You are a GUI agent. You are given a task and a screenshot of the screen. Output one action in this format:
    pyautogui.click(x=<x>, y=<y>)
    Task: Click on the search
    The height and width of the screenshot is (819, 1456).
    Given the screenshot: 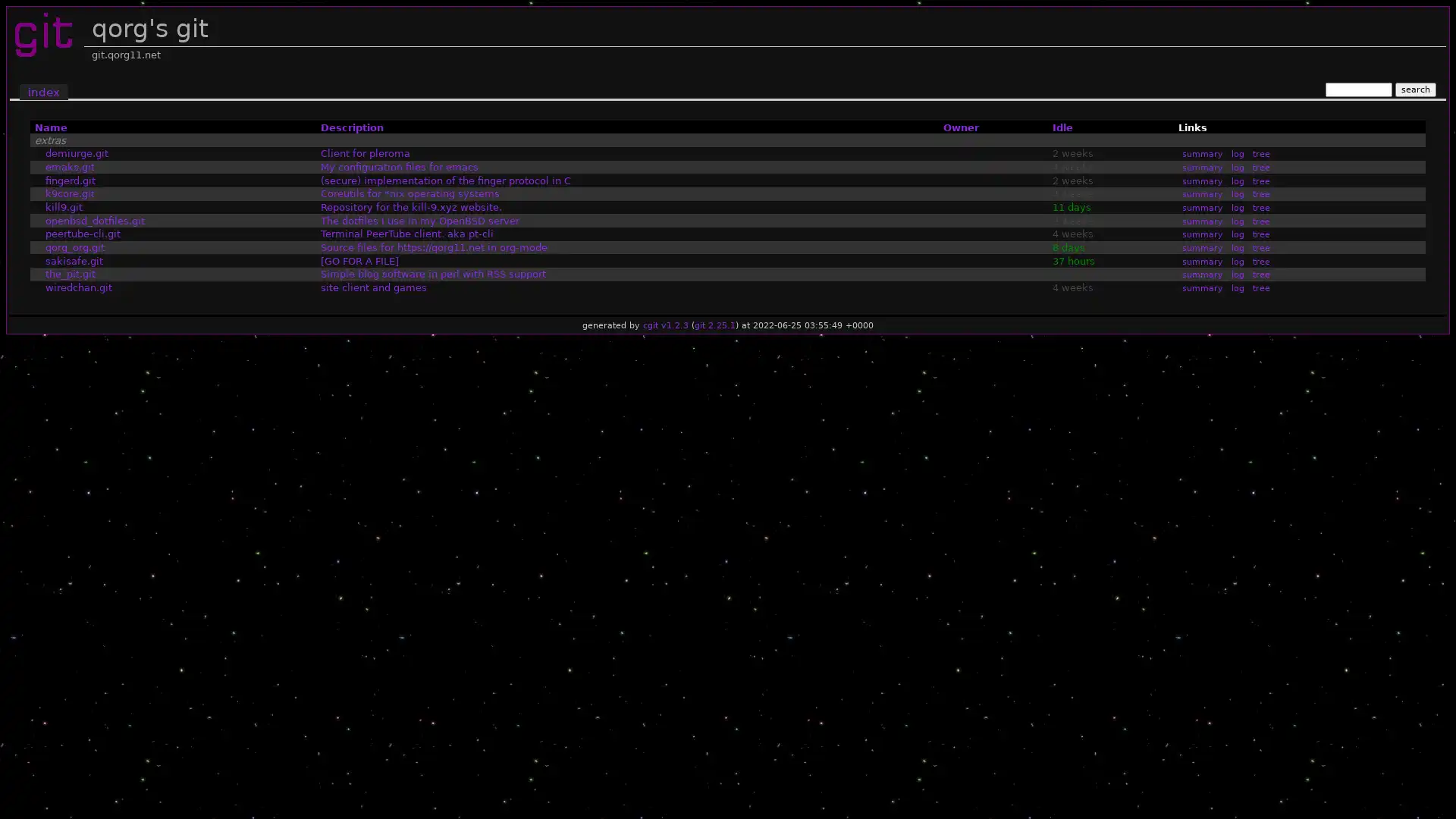 What is the action you would take?
    pyautogui.click(x=1414, y=89)
    